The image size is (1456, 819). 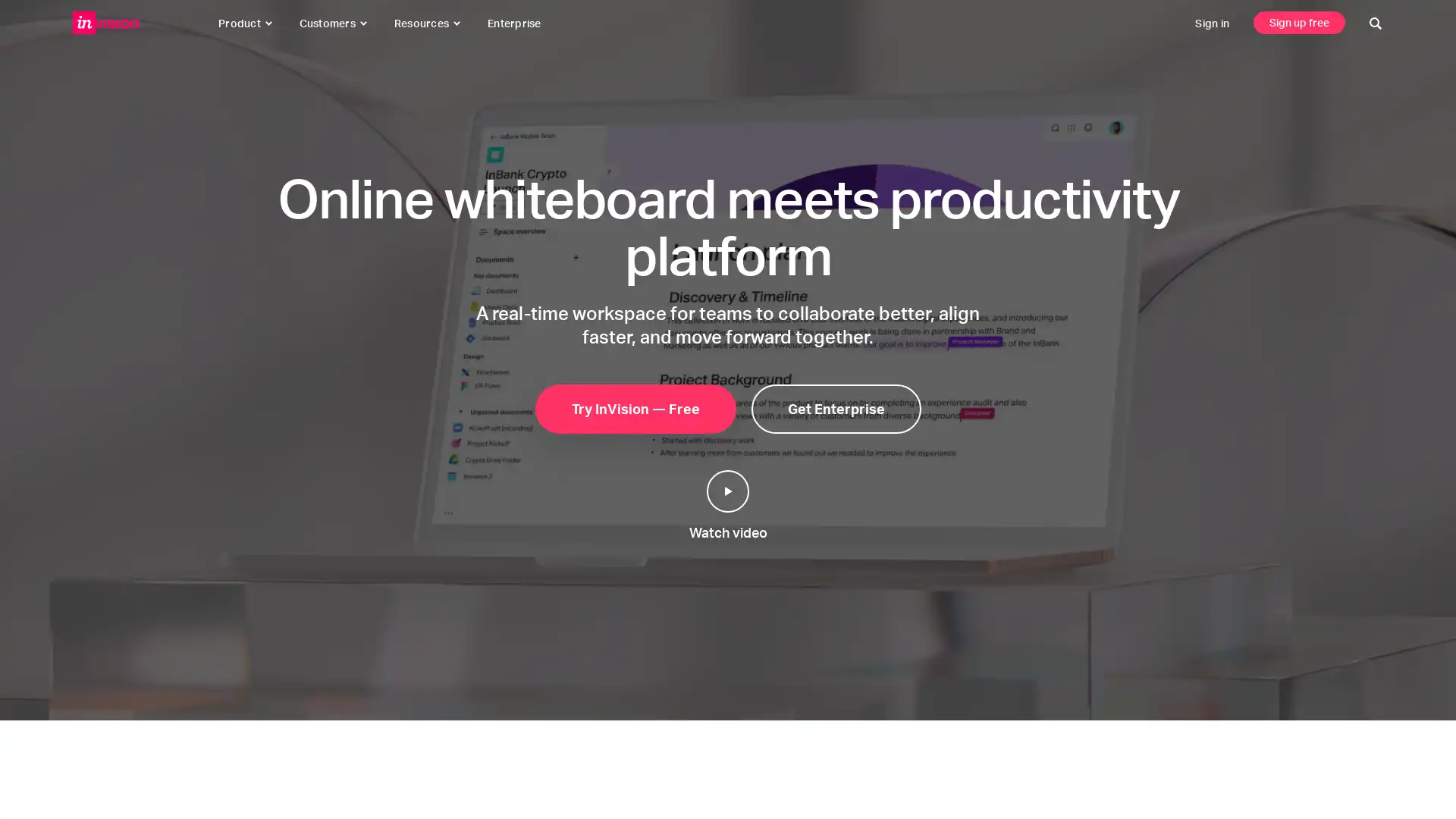 What do you see at coordinates (1407, 772) in the screenshot?
I see `click to start a conversation` at bounding box center [1407, 772].